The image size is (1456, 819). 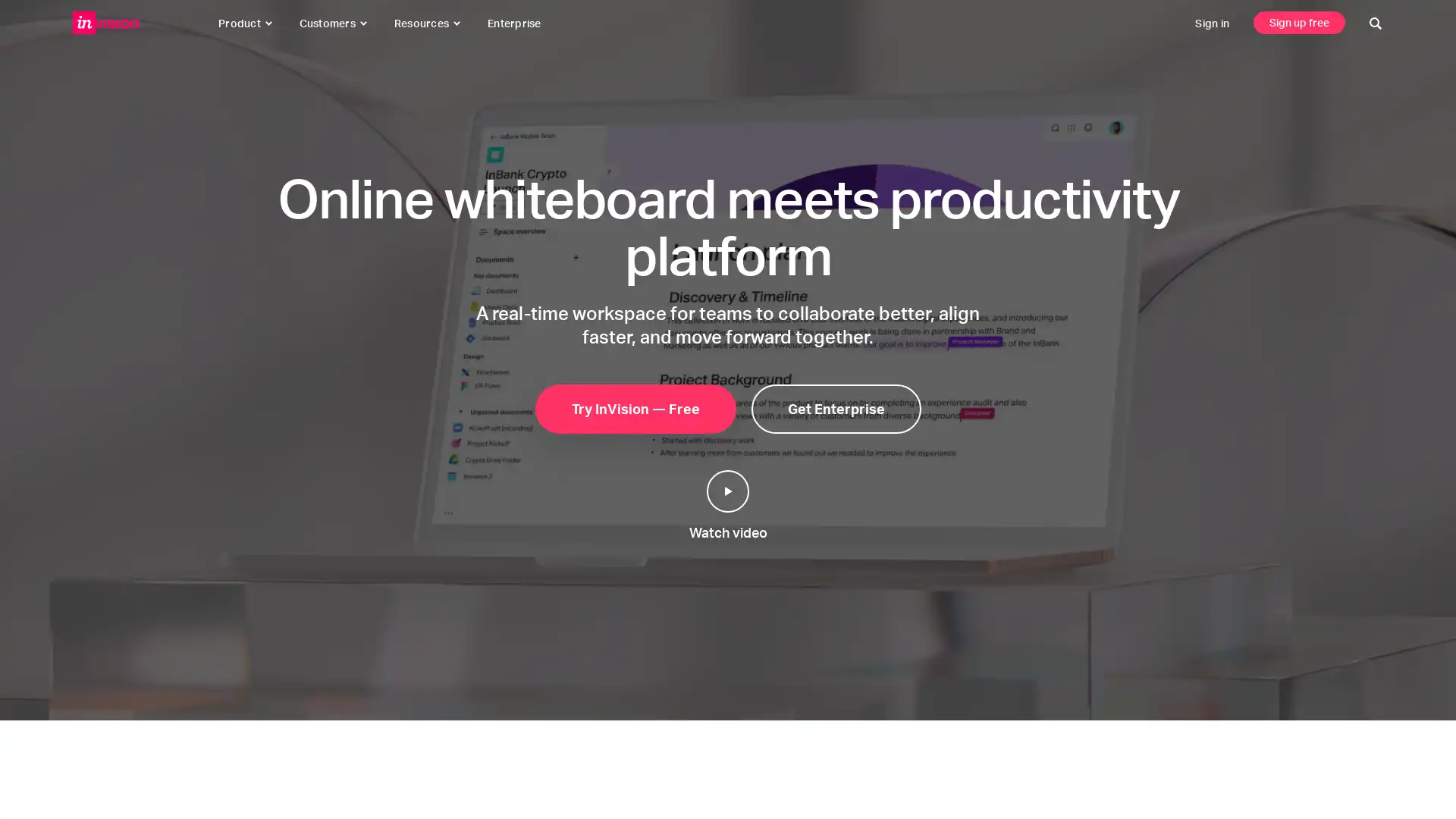 What do you see at coordinates (1407, 772) in the screenshot?
I see `click to start a conversation` at bounding box center [1407, 772].